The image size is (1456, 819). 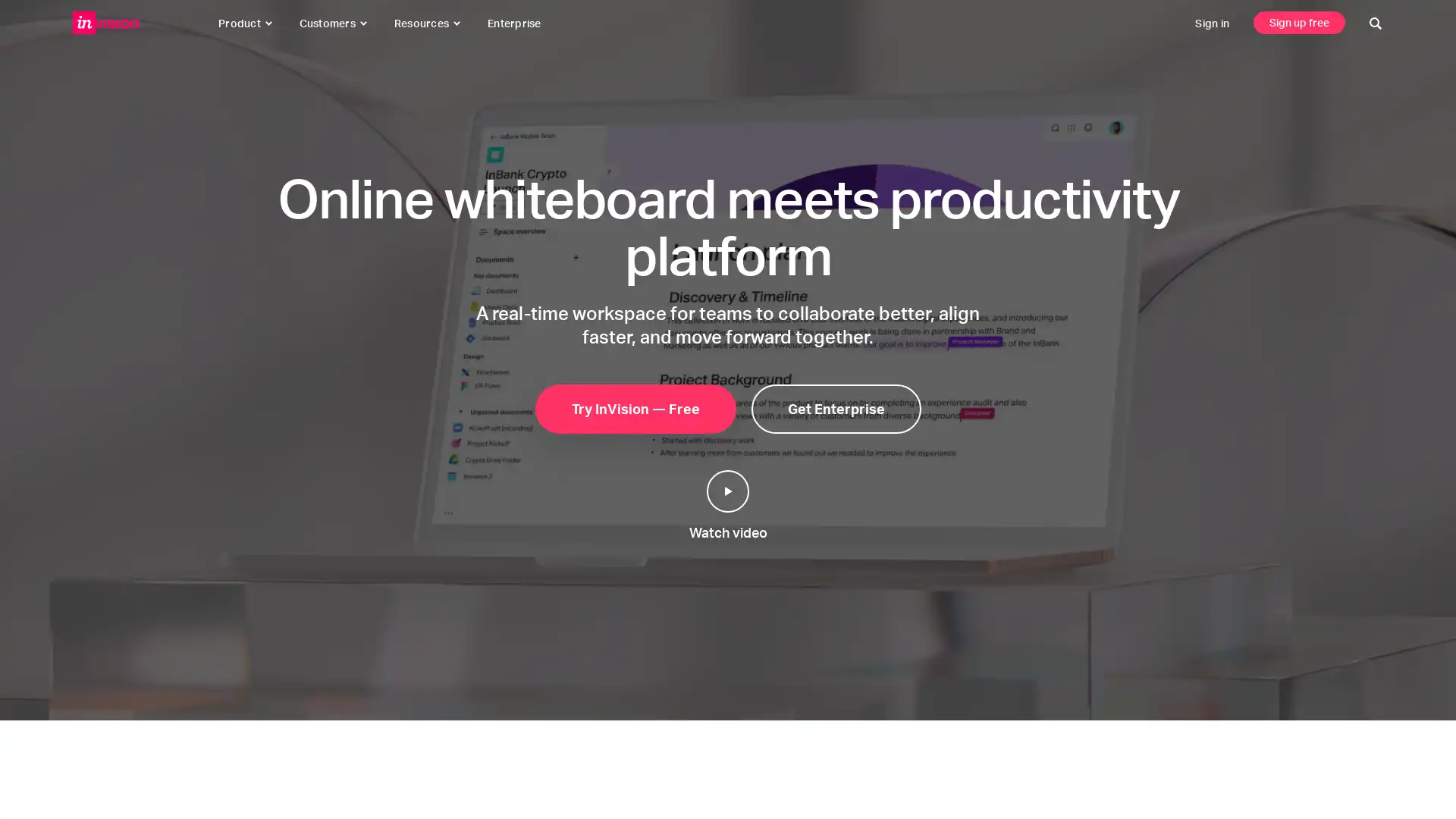 What do you see at coordinates (1407, 772) in the screenshot?
I see `click to start a conversation` at bounding box center [1407, 772].